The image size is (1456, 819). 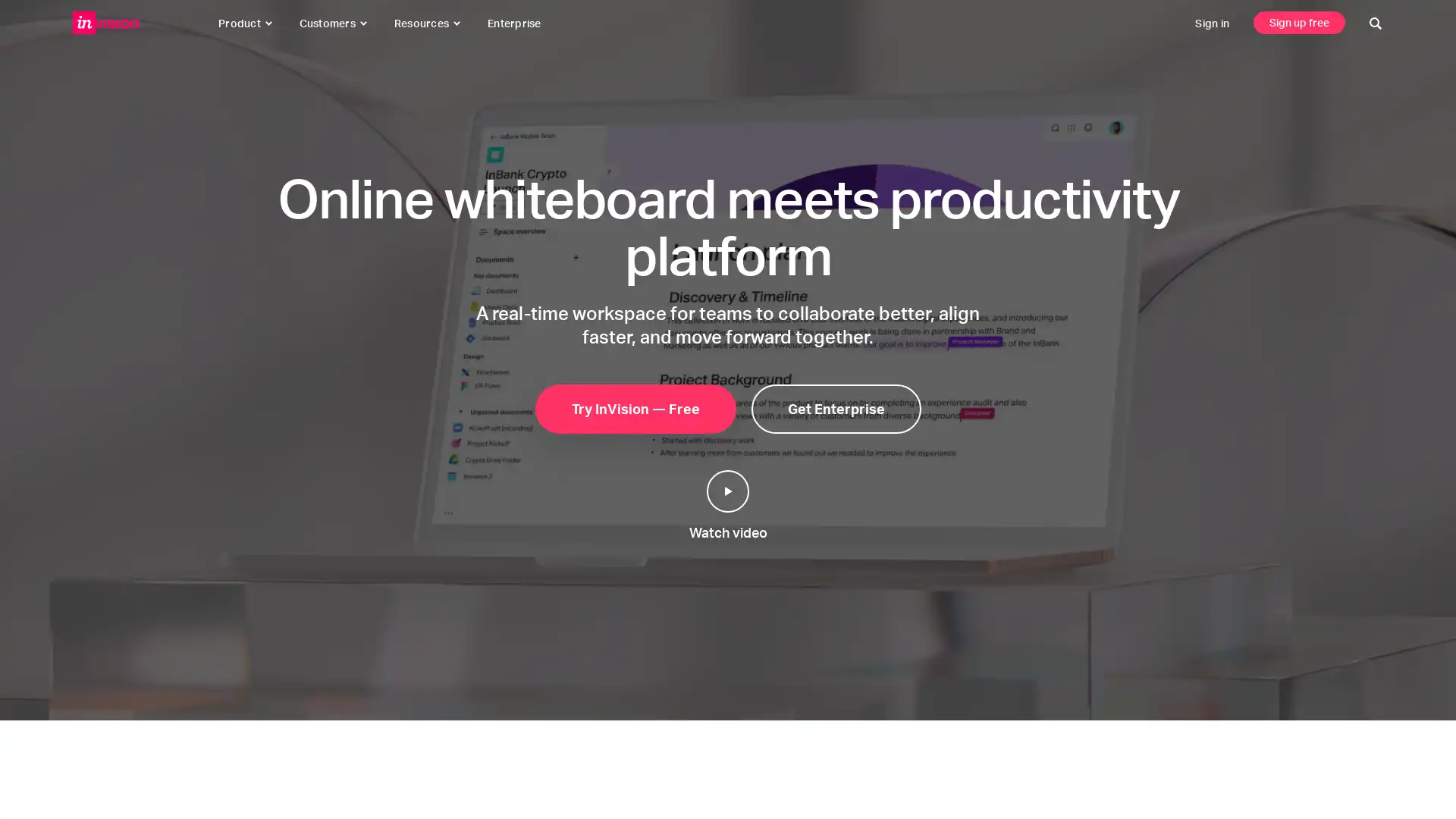 What do you see at coordinates (1407, 772) in the screenshot?
I see `click to start a conversation` at bounding box center [1407, 772].